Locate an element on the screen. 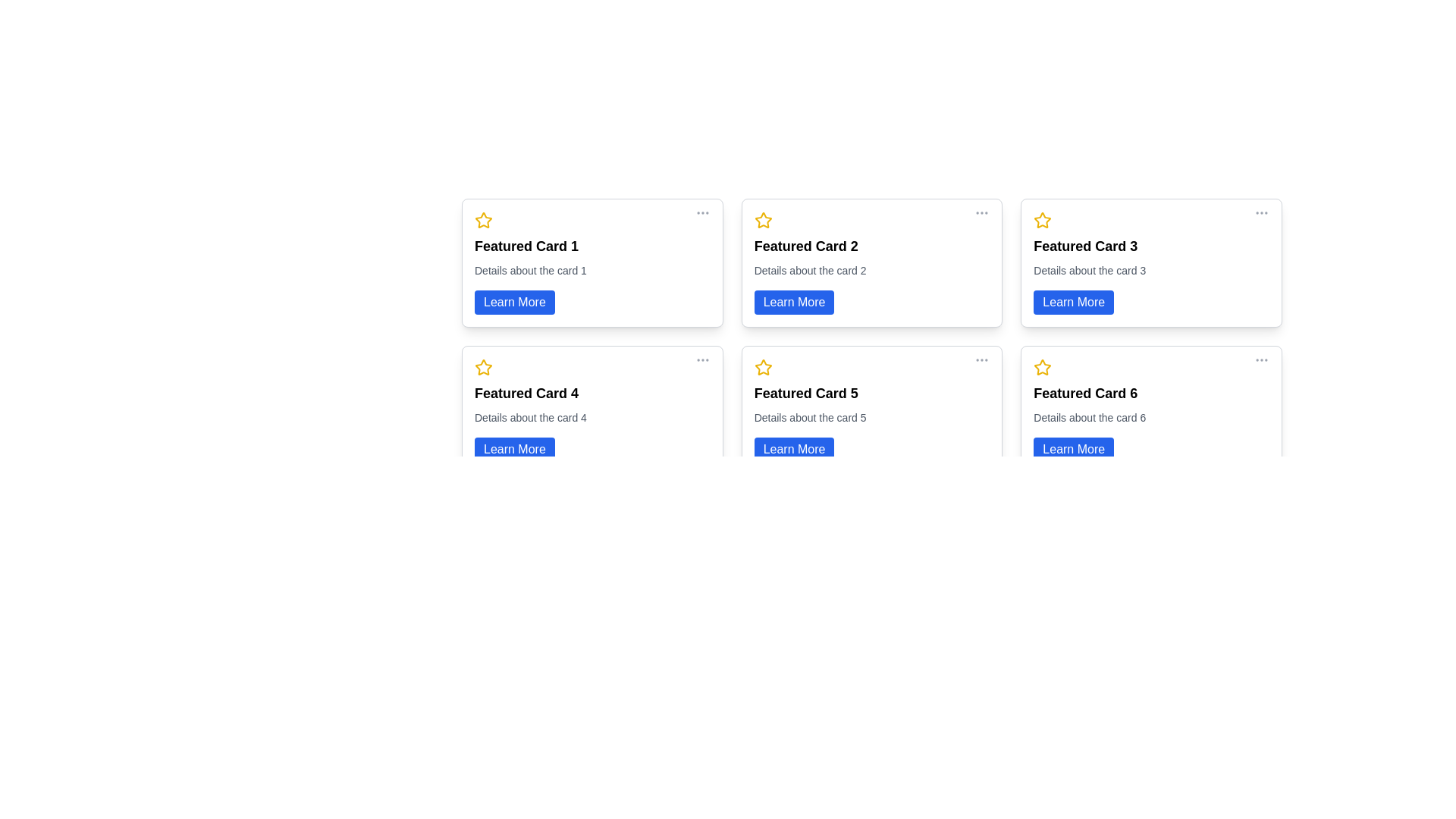 The image size is (1456, 819). the star icon associated with the second card in the grid list is located at coordinates (763, 220).